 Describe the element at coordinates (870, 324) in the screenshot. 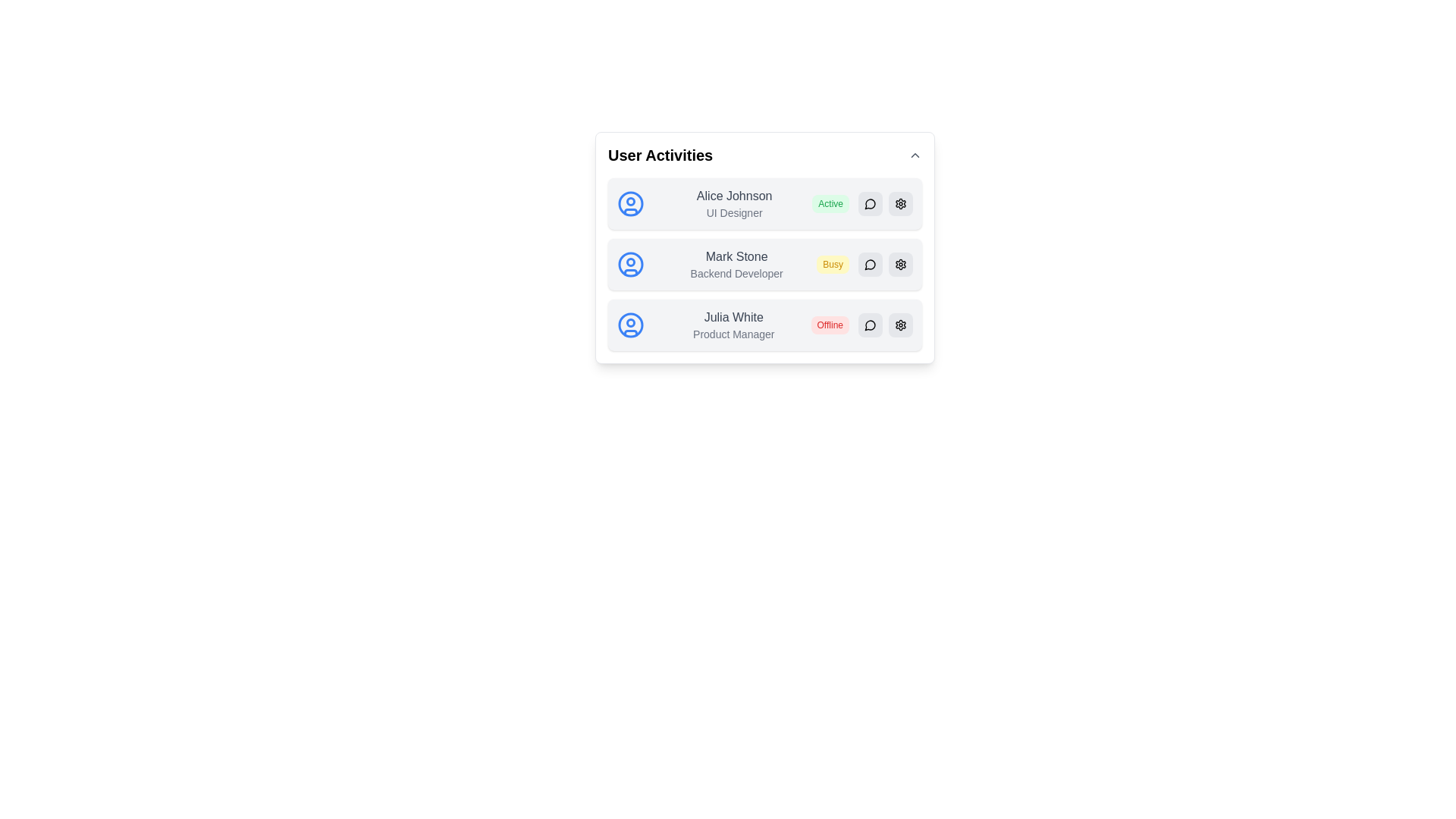

I see `the messaging button for the user Julia White located in the third user's row of the 'User Activities' list` at that location.